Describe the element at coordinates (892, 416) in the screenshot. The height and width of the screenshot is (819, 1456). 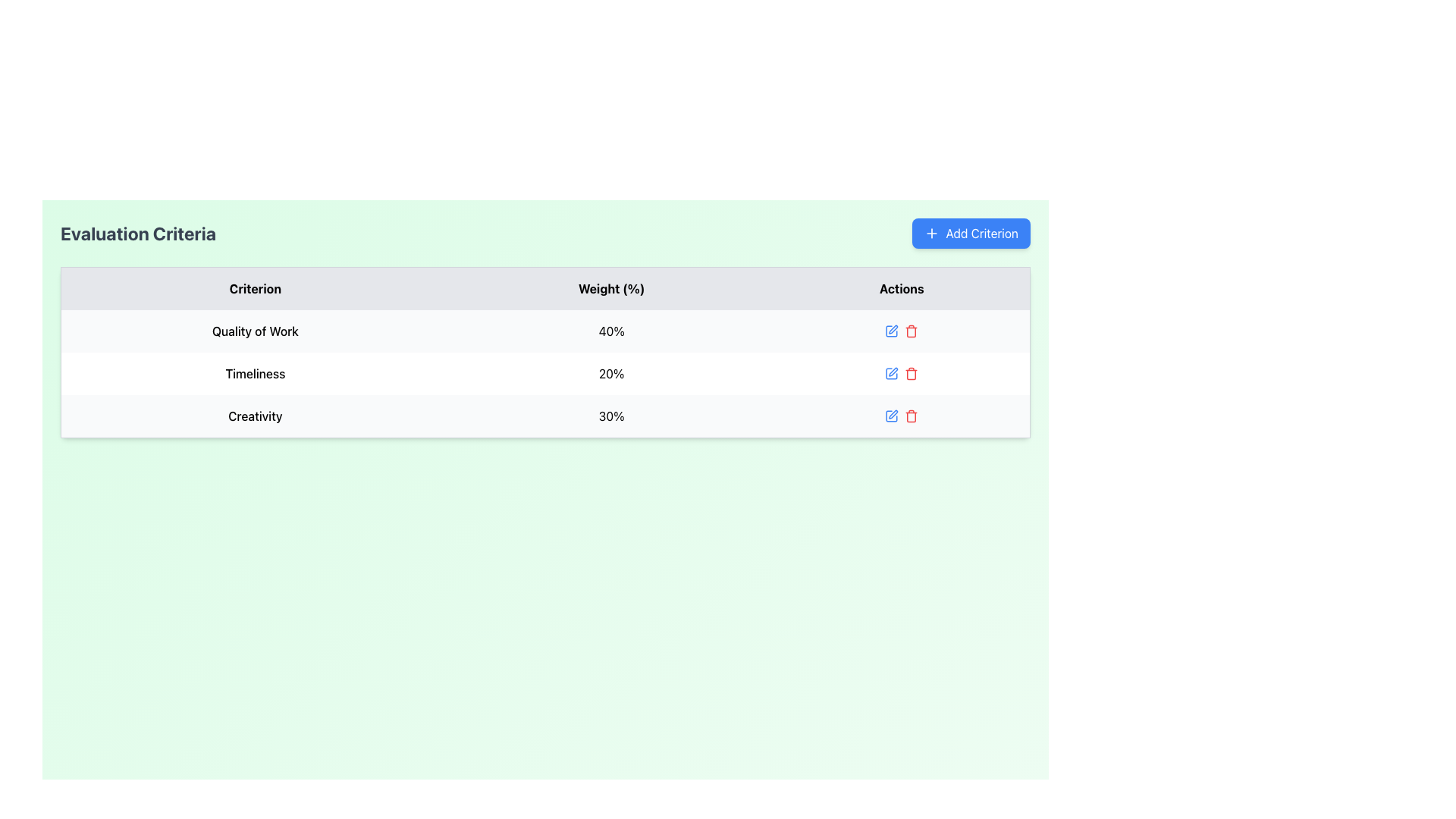
I see `the rectangular icon representing a pen in the 'Actions' column for the 'Creativity' criterion` at that location.